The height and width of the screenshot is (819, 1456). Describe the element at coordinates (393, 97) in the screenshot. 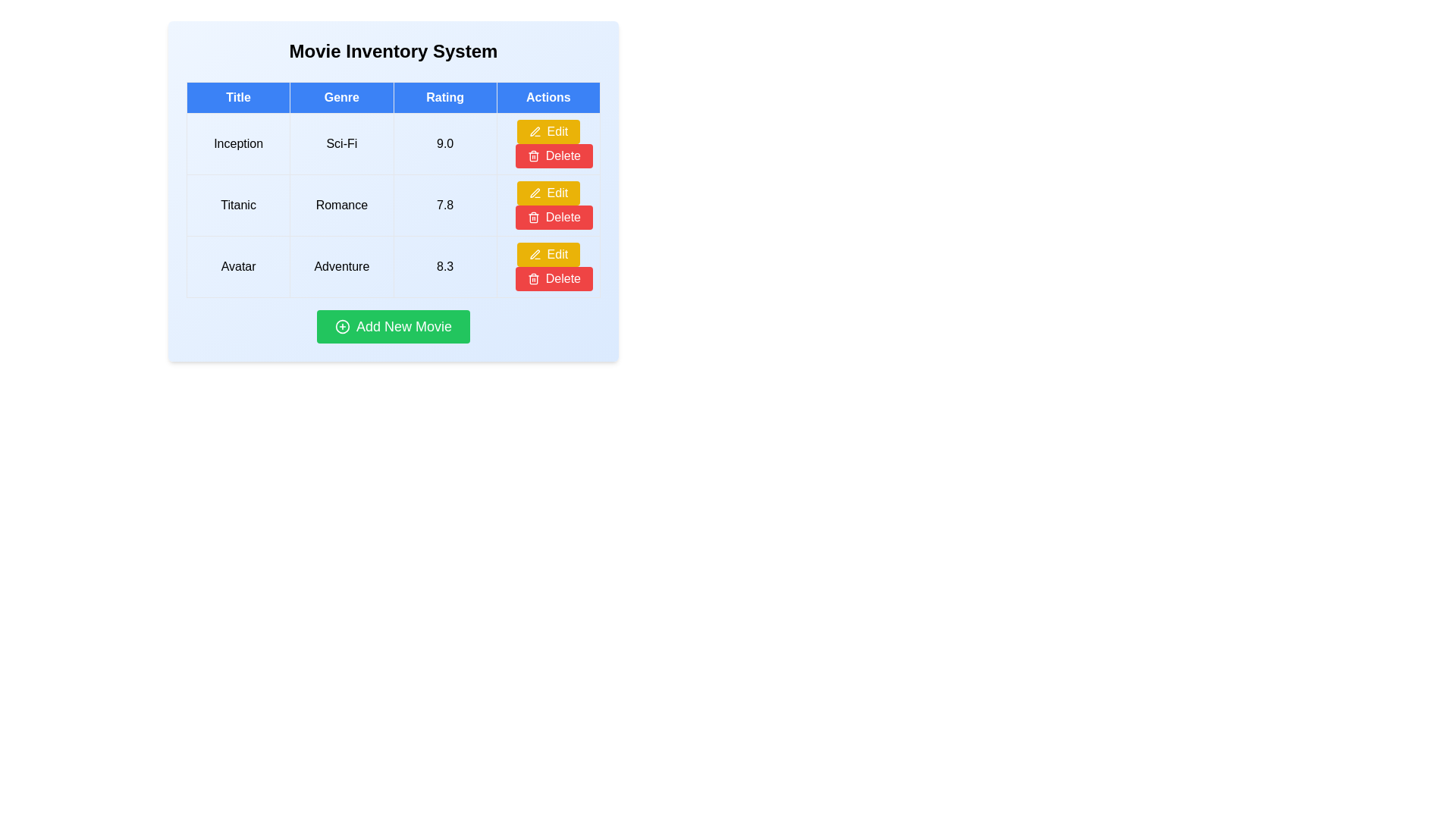

I see `the Table Header Row that indicates the titles of the columns for the movie data table` at that location.